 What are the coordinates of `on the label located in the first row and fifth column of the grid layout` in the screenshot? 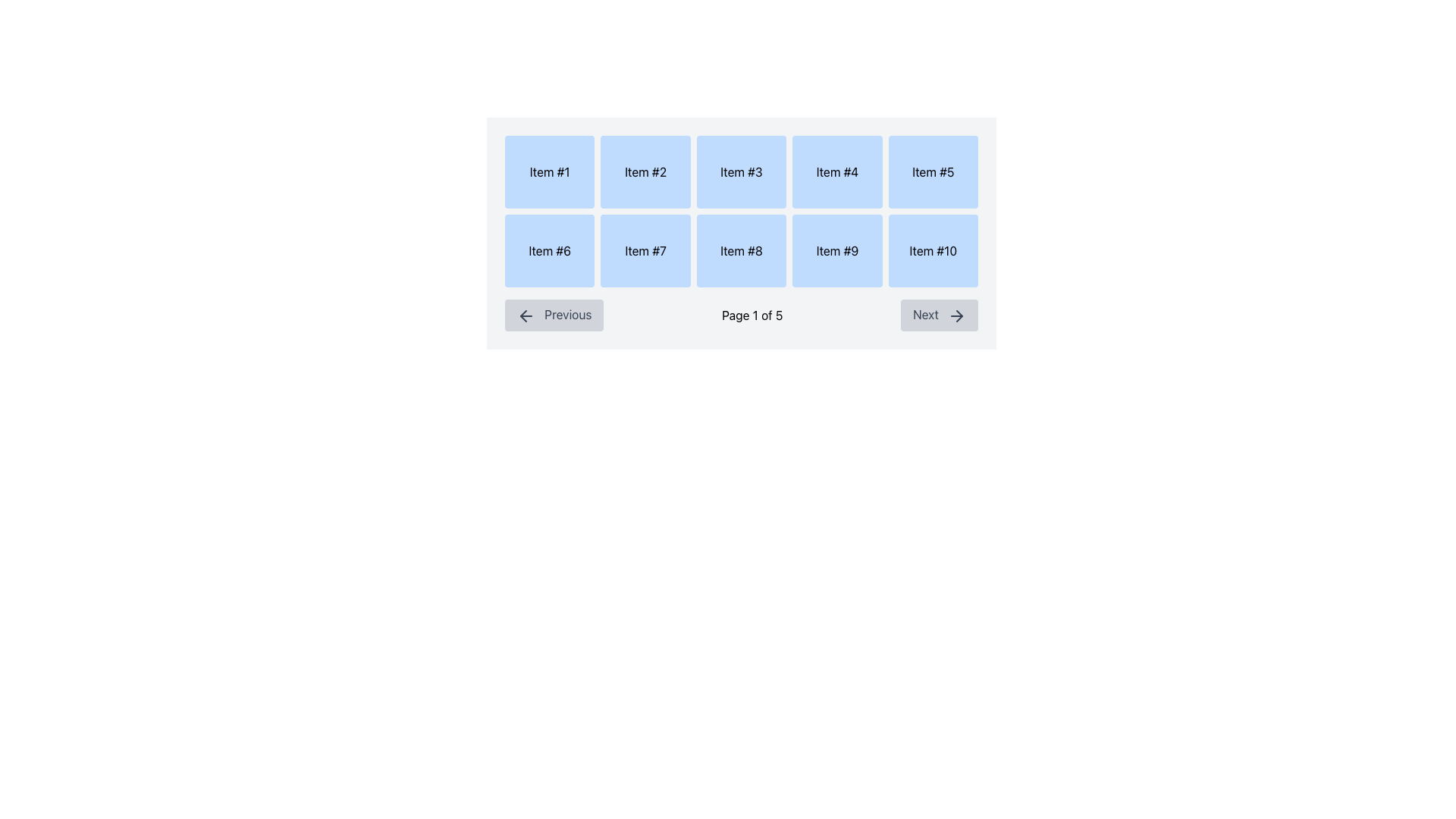 It's located at (932, 171).